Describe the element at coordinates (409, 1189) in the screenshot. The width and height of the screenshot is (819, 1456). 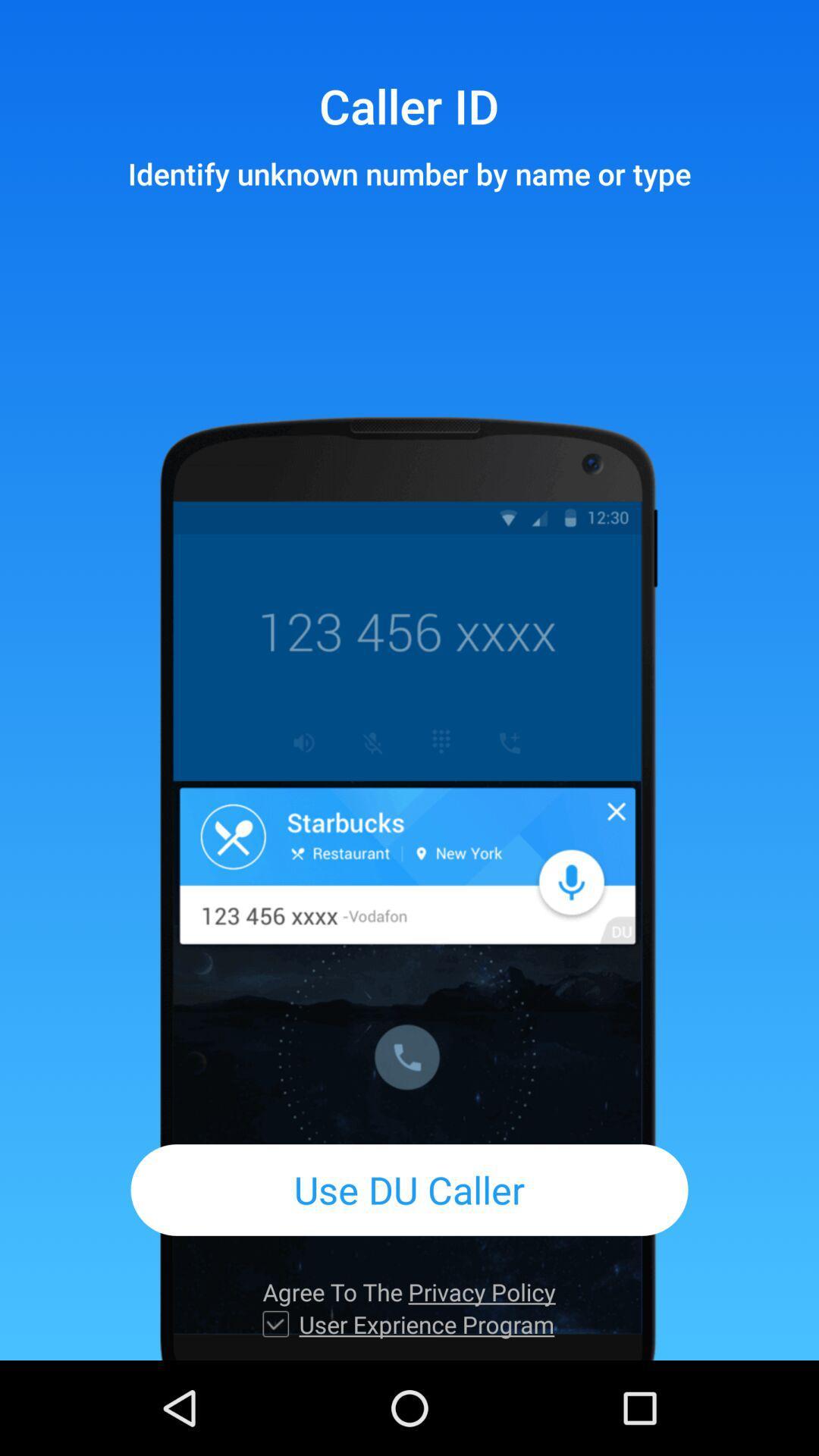
I see `the use du caller` at that location.